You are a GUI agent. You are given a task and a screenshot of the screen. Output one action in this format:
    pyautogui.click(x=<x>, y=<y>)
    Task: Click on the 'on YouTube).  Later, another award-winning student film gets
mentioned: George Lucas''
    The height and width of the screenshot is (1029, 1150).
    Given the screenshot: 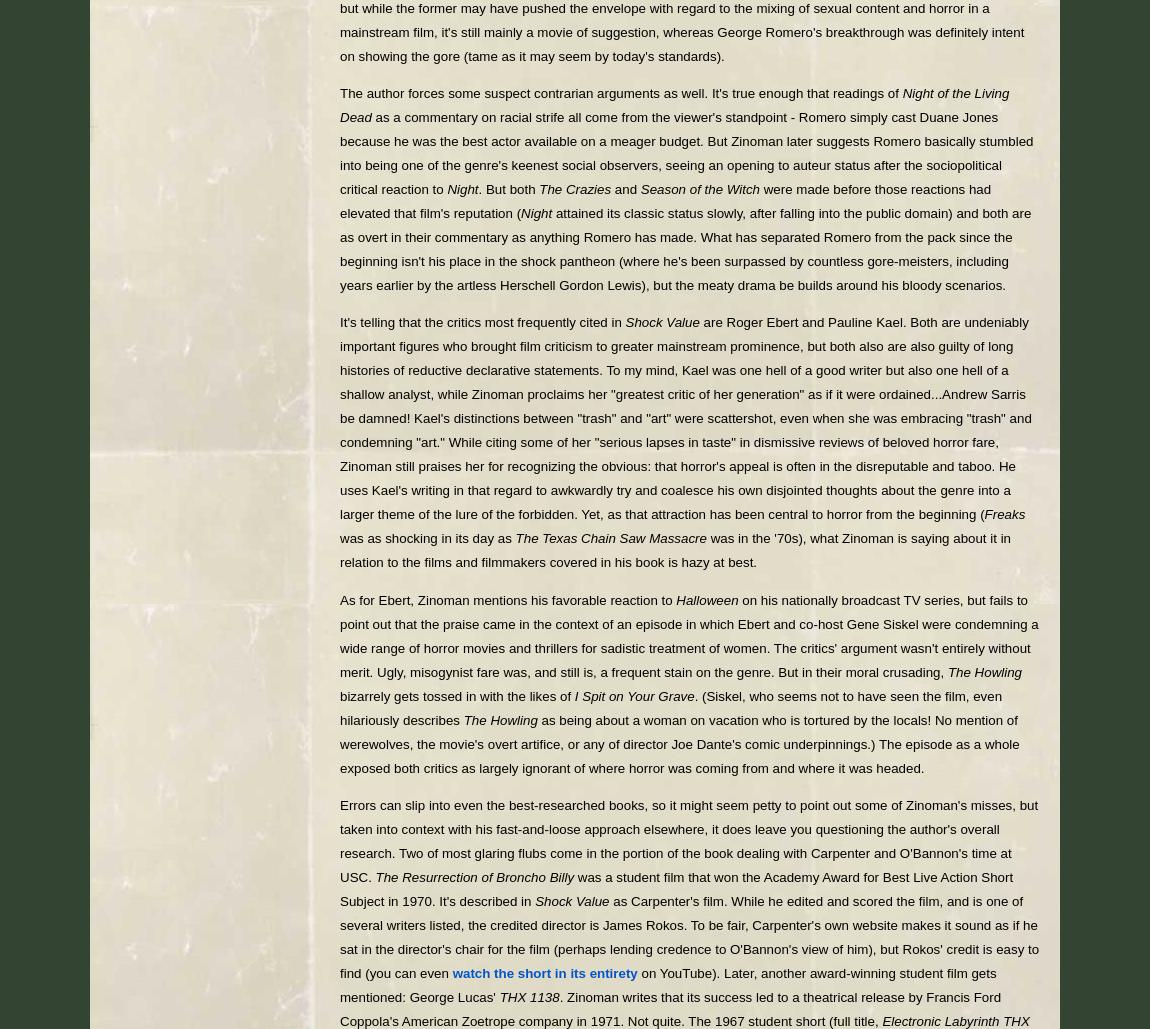 What is the action you would take?
    pyautogui.click(x=667, y=984)
    